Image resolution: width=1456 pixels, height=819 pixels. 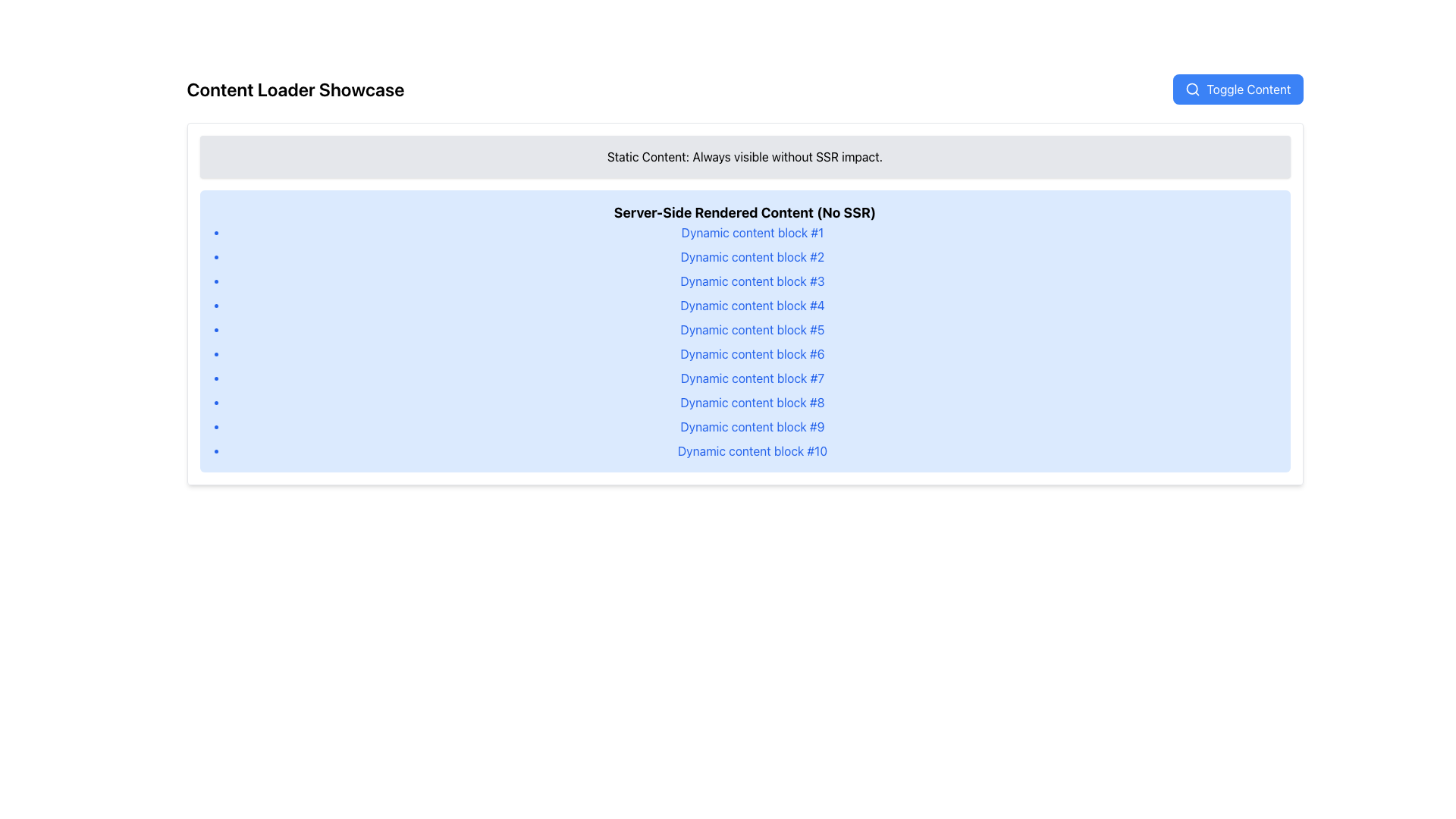 What do you see at coordinates (1248, 89) in the screenshot?
I see `the 'Toggle Content' button located in the top right section of the interface` at bounding box center [1248, 89].